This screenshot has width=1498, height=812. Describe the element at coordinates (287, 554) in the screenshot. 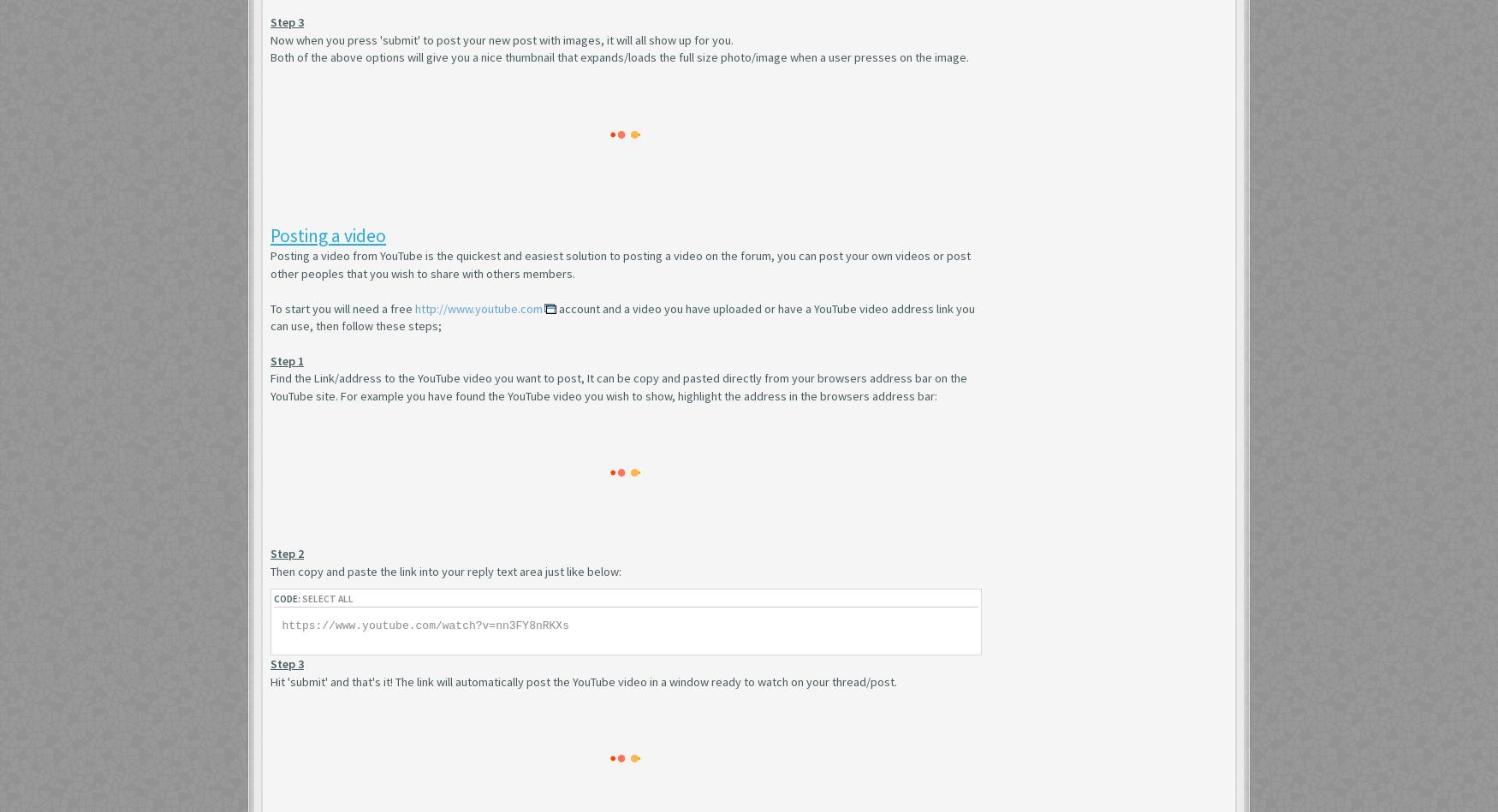

I see `'Step 2'` at that location.